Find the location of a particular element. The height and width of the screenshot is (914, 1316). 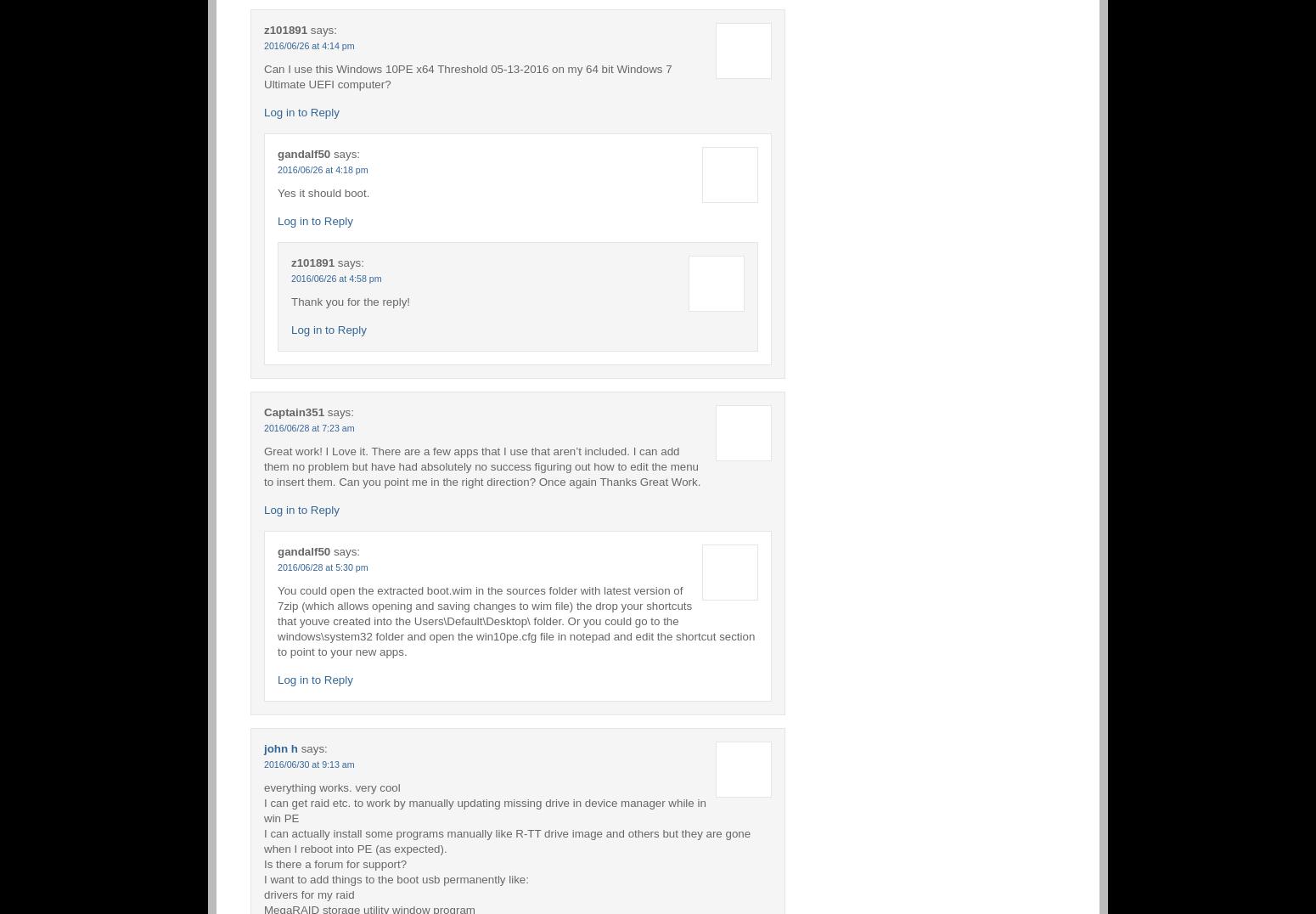

'john h' is located at coordinates (279, 748).